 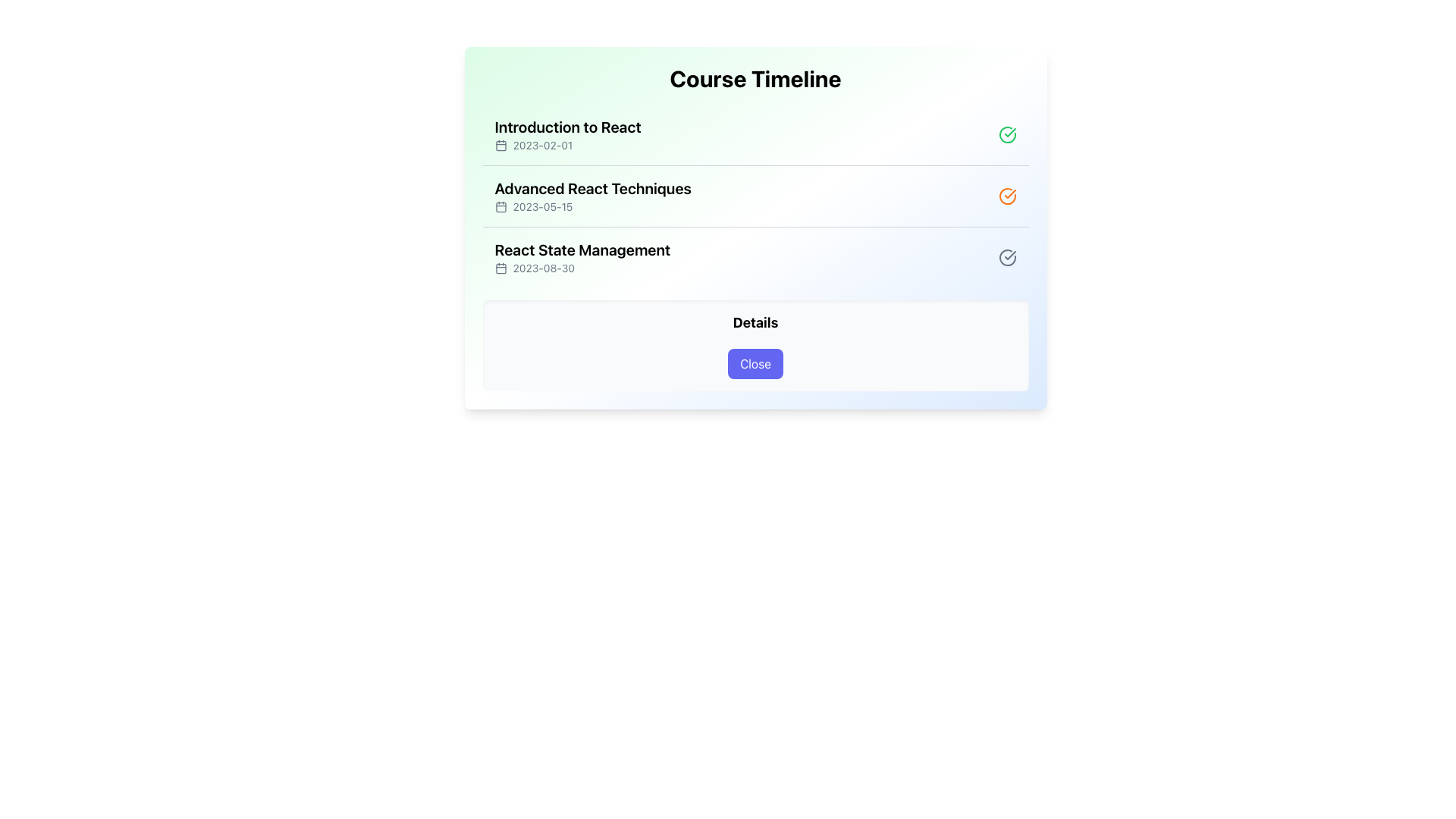 What do you see at coordinates (592, 188) in the screenshot?
I see `the Text Display element that shows the phrase 'Advanced React Techniques', which is located in the second position of the course timeline list` at bounding box center [592, 188].